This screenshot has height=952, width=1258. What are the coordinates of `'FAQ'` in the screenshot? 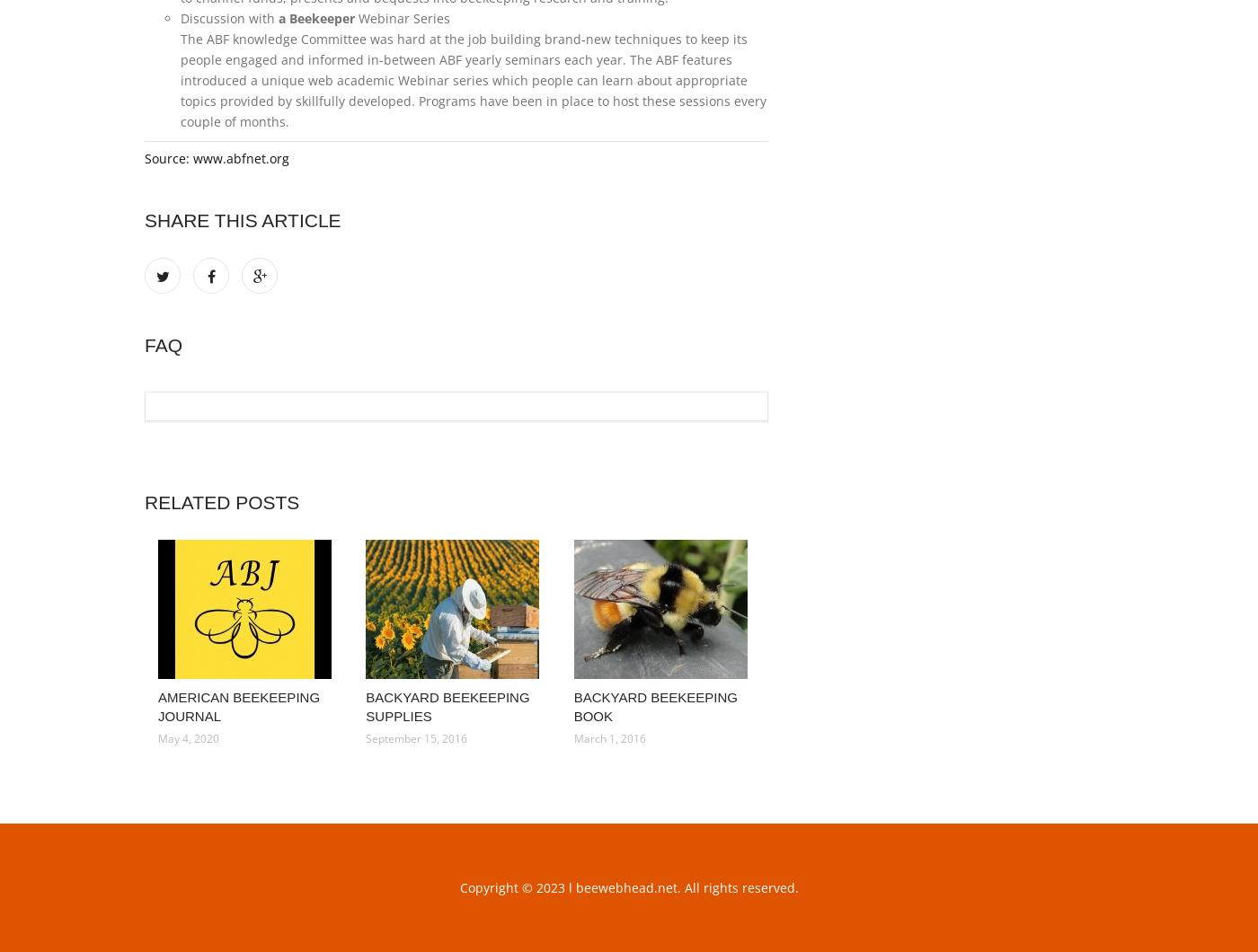 It's located at (164, 345).